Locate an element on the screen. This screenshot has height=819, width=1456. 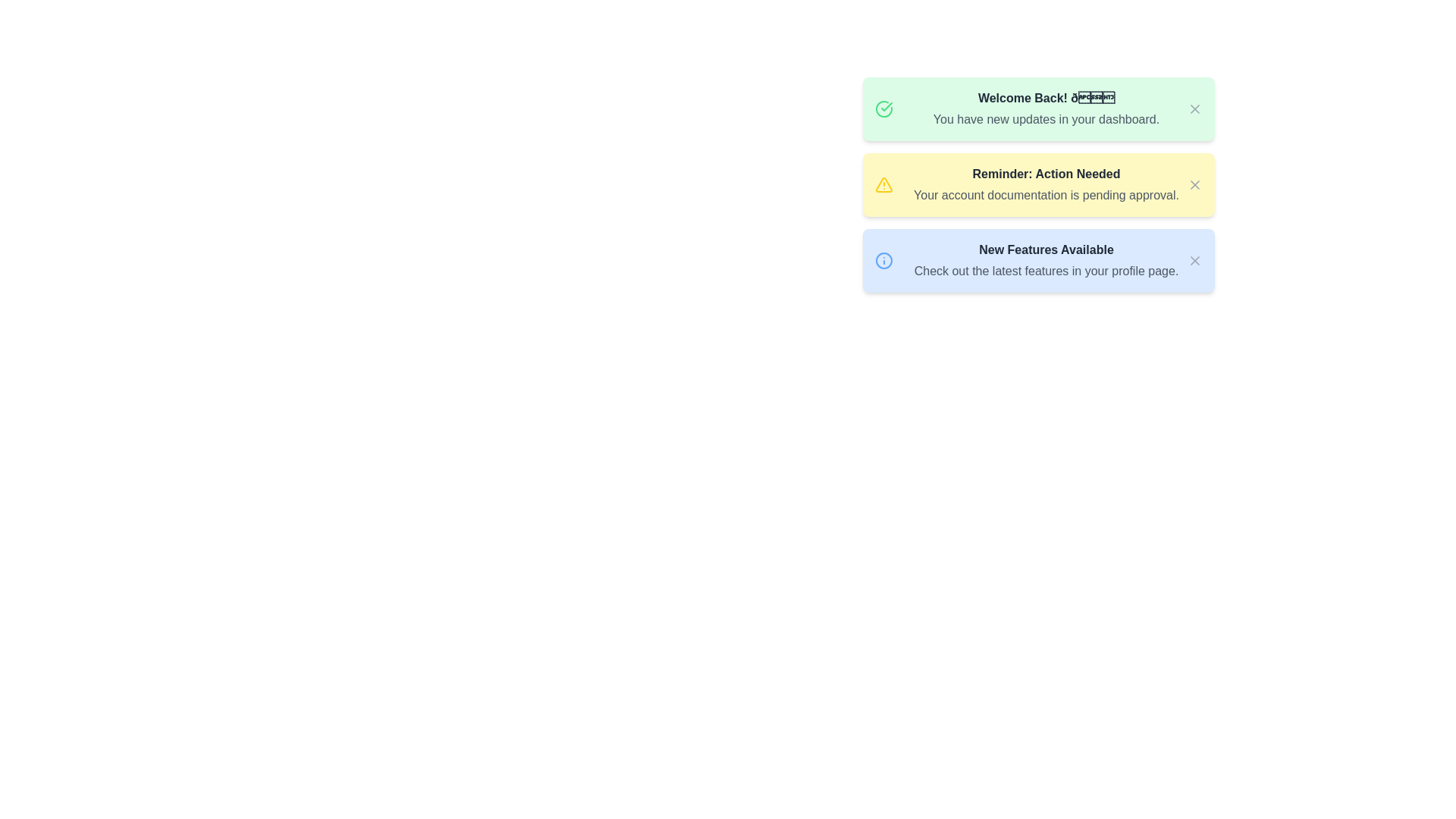
the cautionary icon located beside the title text 'Reminder: Action Needed' in the yellow alert box is located at coordinates (884, 184).